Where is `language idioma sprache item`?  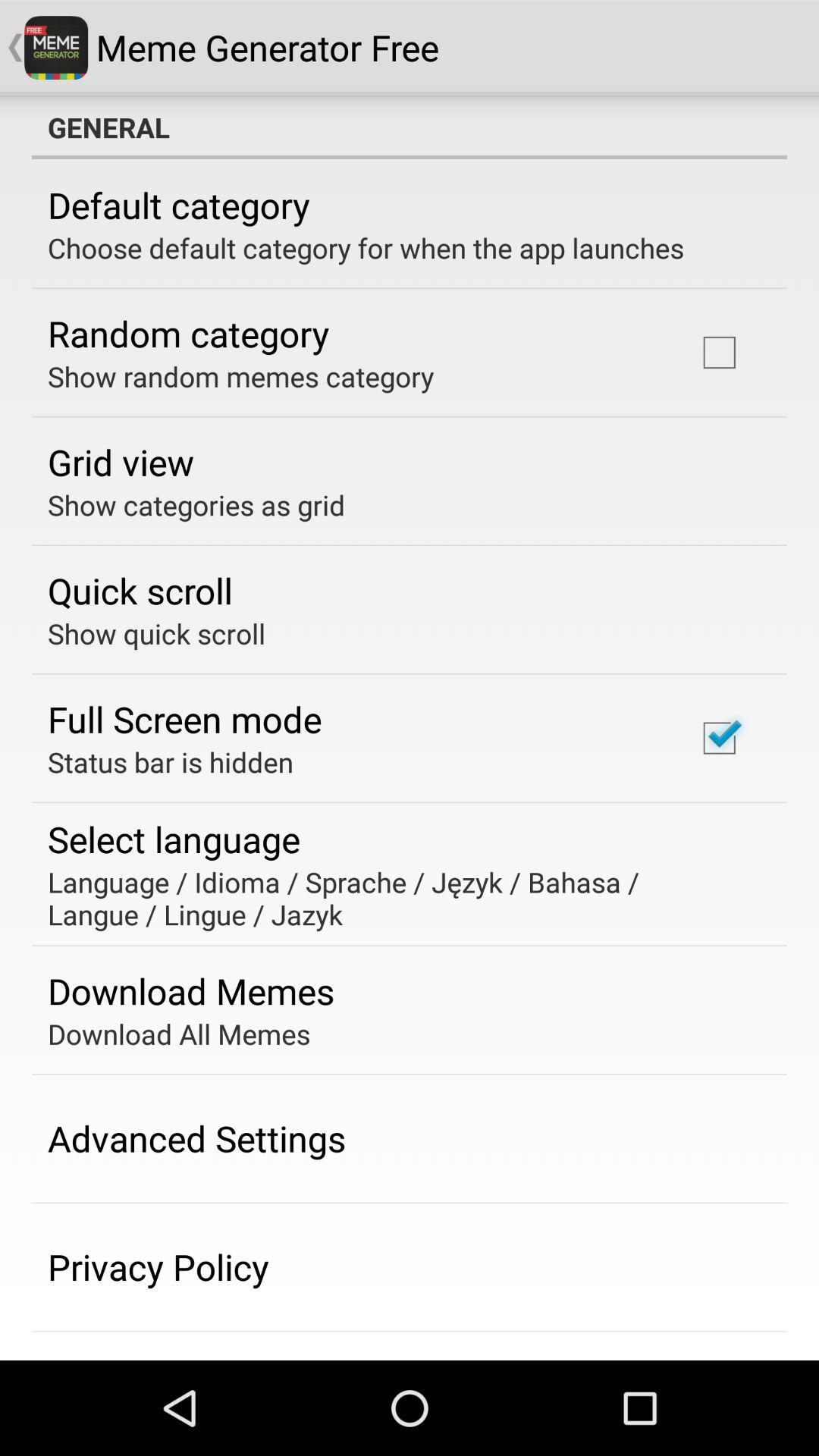
language idioma sprache item is located at coordinates (398, 898).